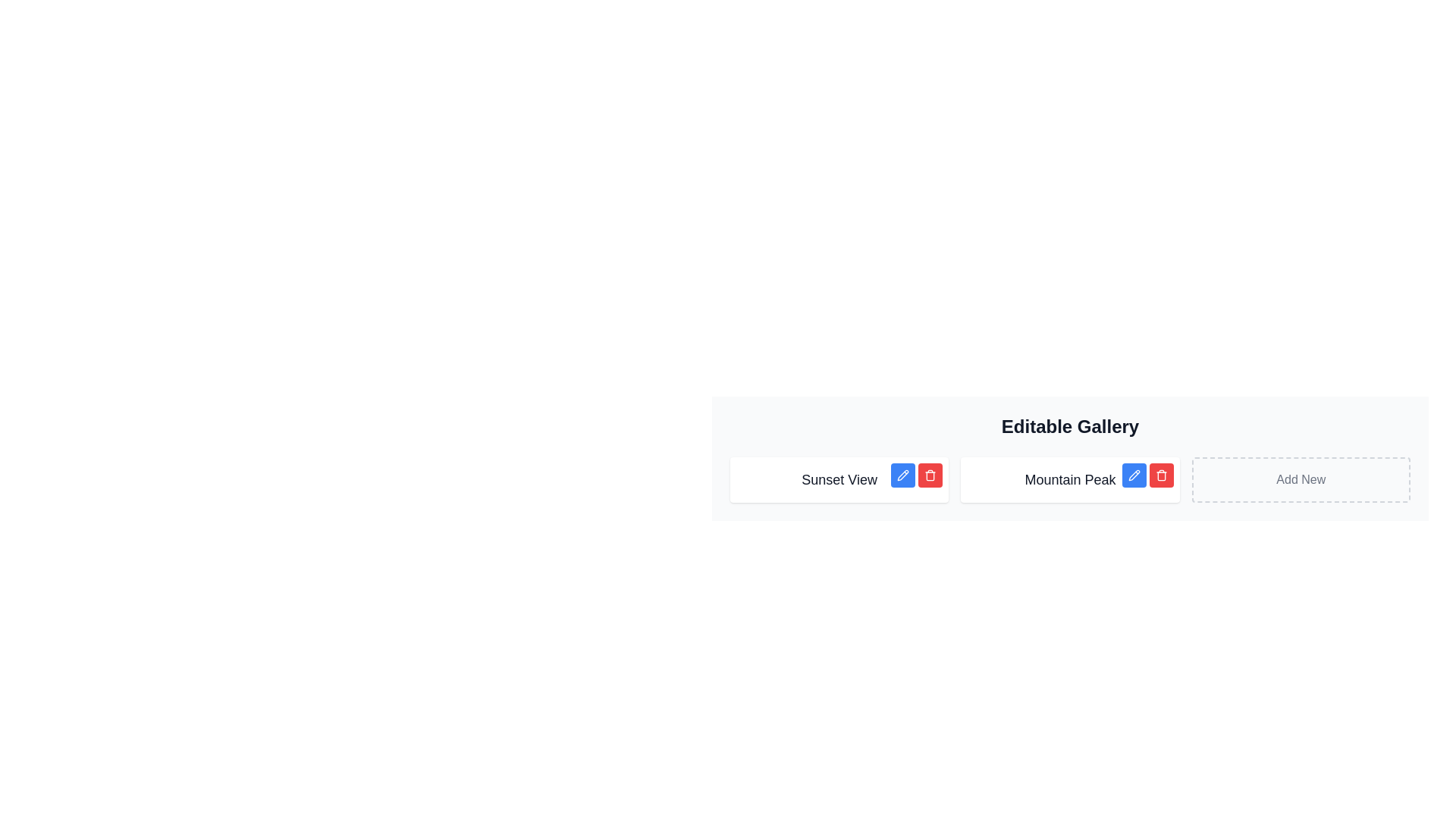  I want to click on the 'delete' action button located to the right of the blue pencil icon button in the 'Mountain Peak' row, so click(1160, 475).